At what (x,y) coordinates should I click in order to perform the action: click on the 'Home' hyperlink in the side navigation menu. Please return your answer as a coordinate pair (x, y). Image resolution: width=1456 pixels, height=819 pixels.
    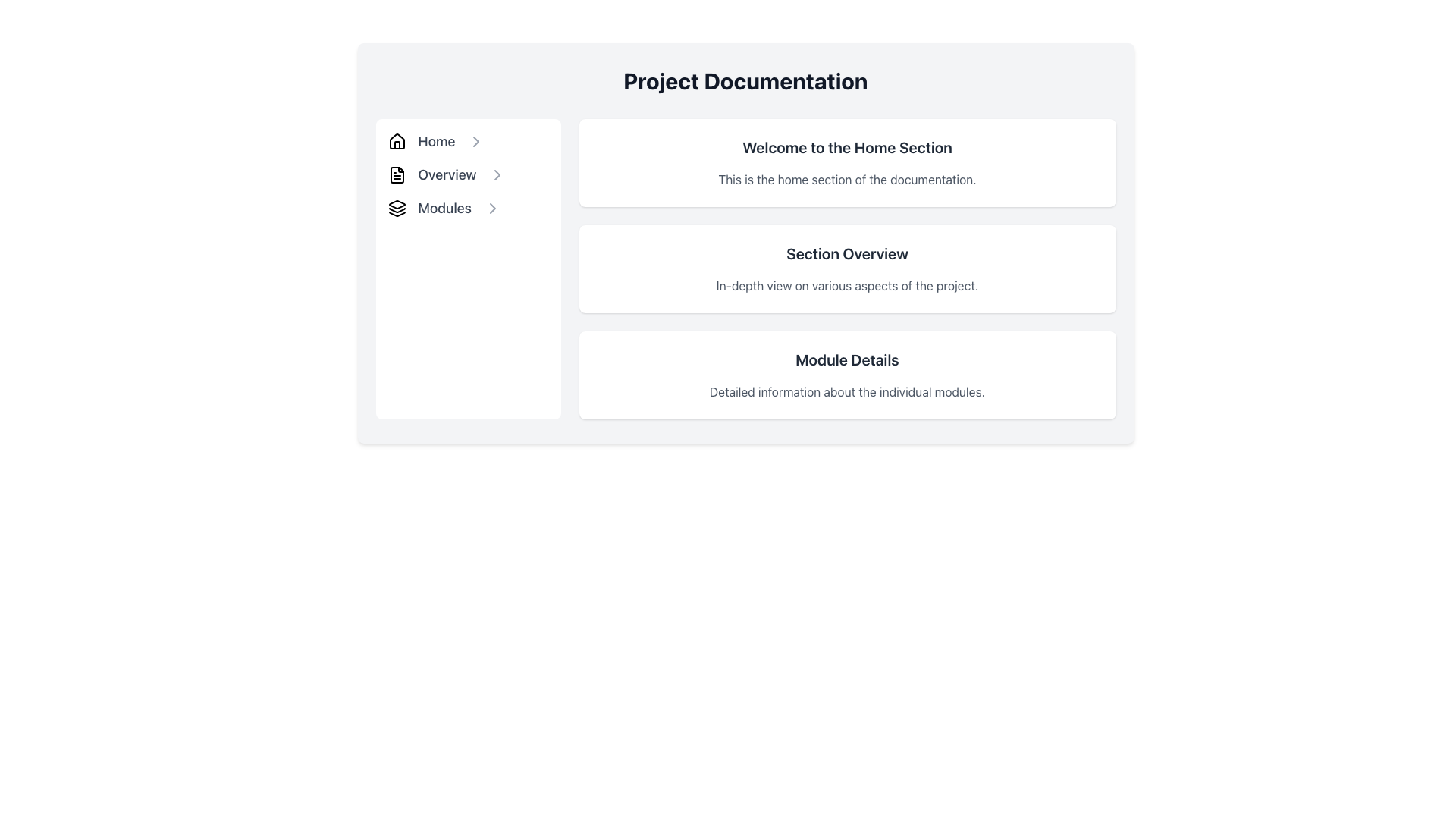
    Looking at the image, I should click on (436, 141).